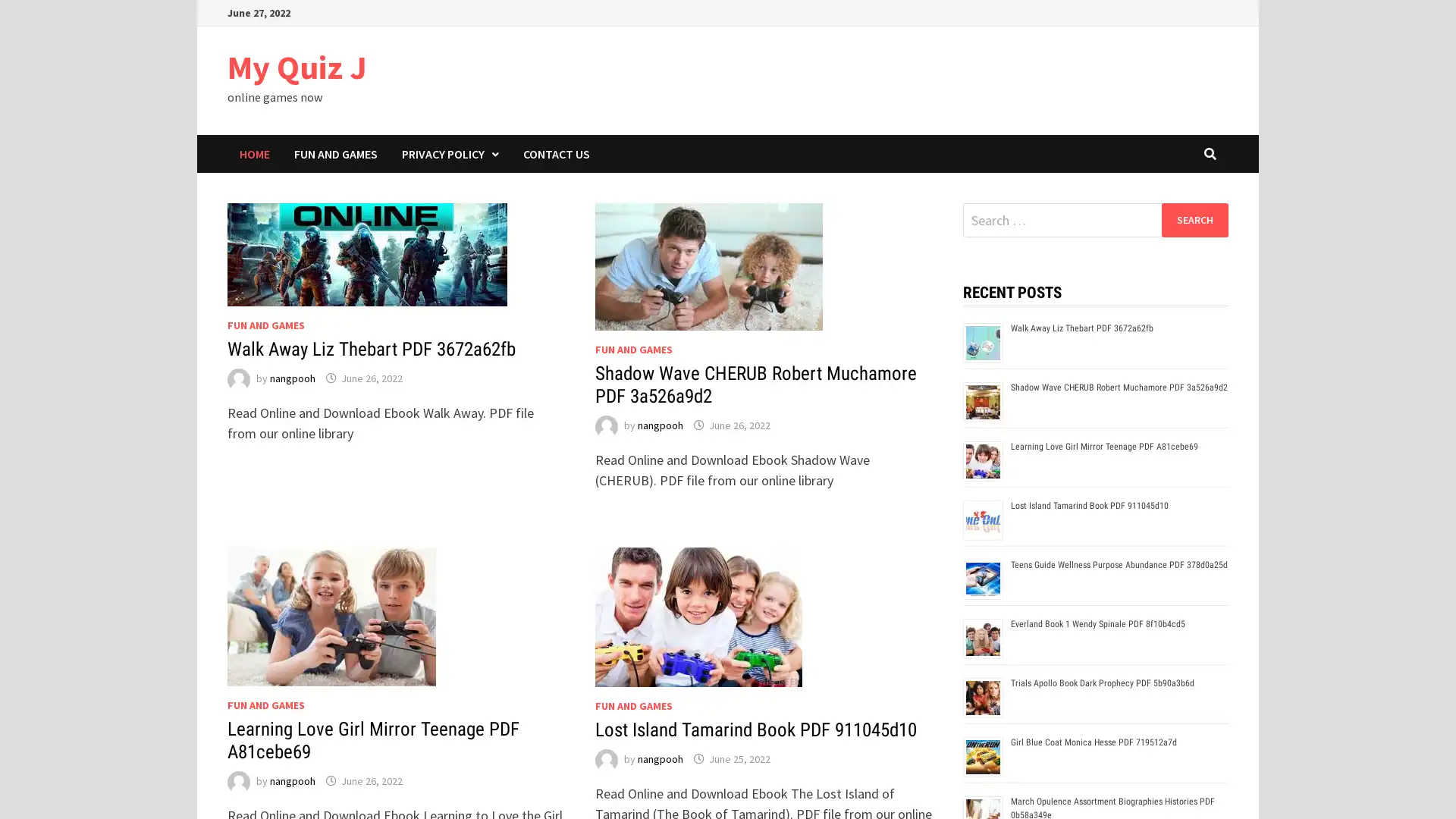 The width and height of the screenshot is (1456, 819). I want to click on Search, so click(1194, 219).